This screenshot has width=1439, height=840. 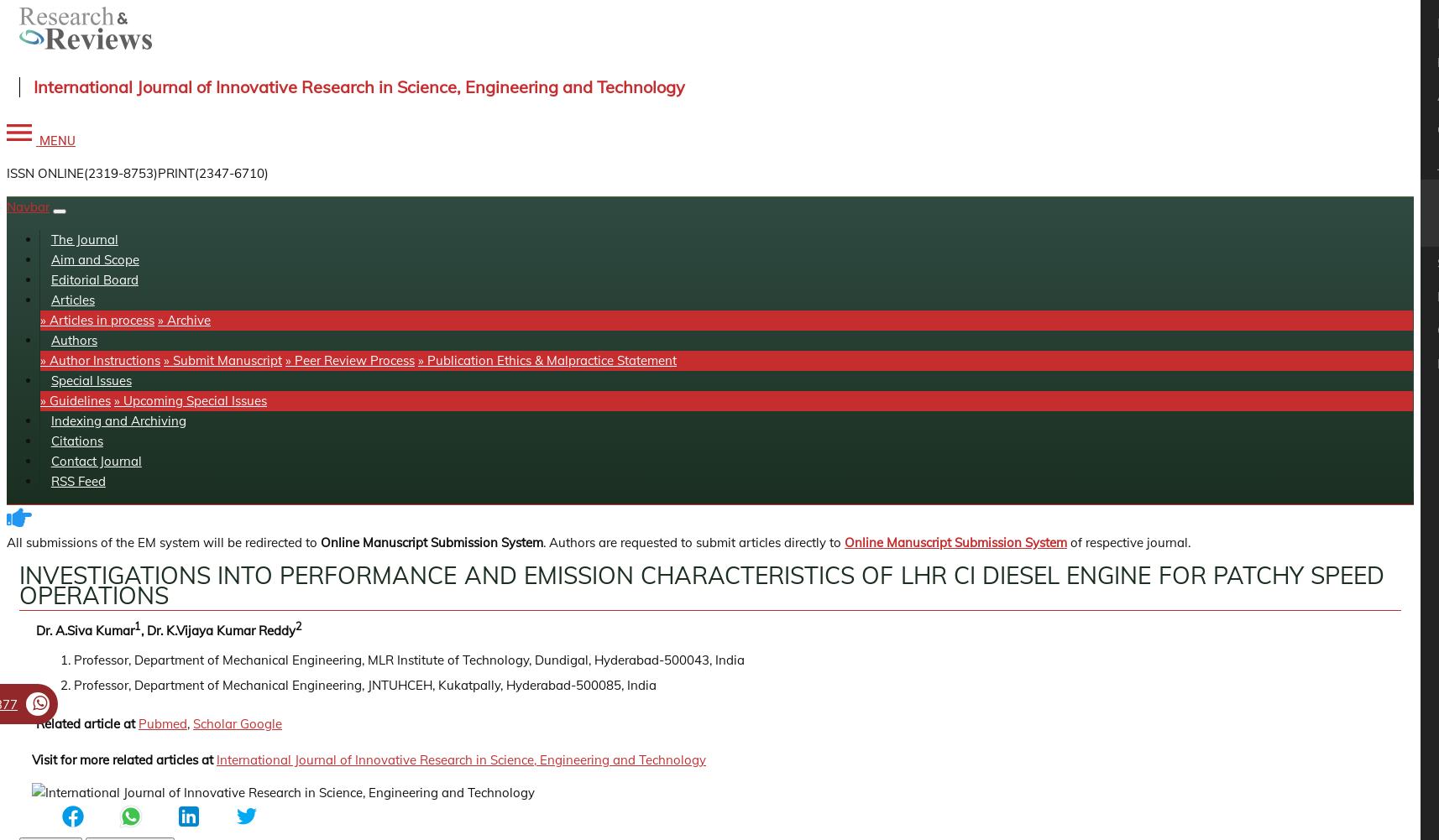 I want to click on 'Pubmed', so click(x=139, y=723).